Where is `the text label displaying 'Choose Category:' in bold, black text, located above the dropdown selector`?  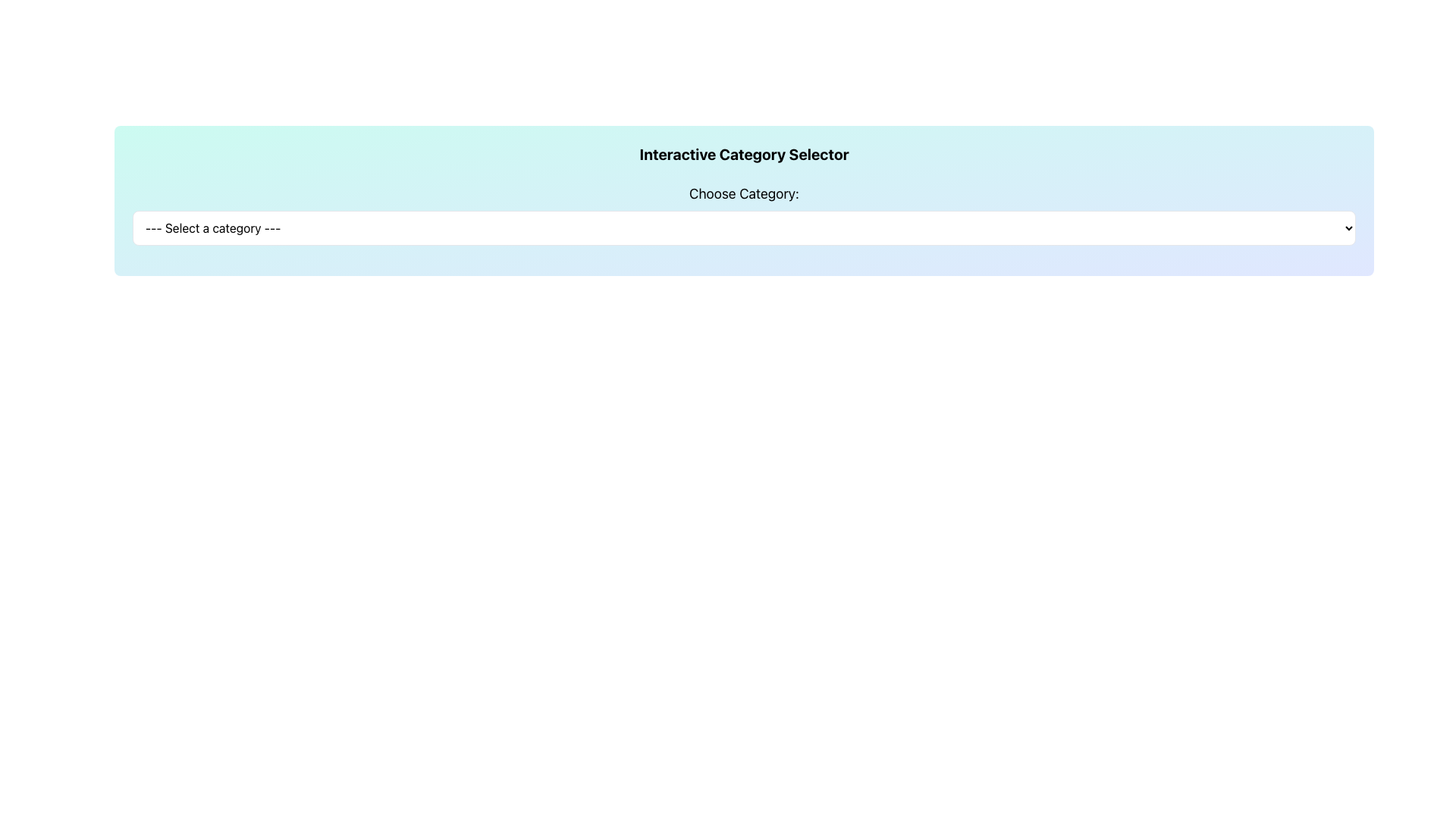 the text label displaying 'Choose Category:' in bold, black text, located above the dropdown selector is located at coordinates (744, 193).